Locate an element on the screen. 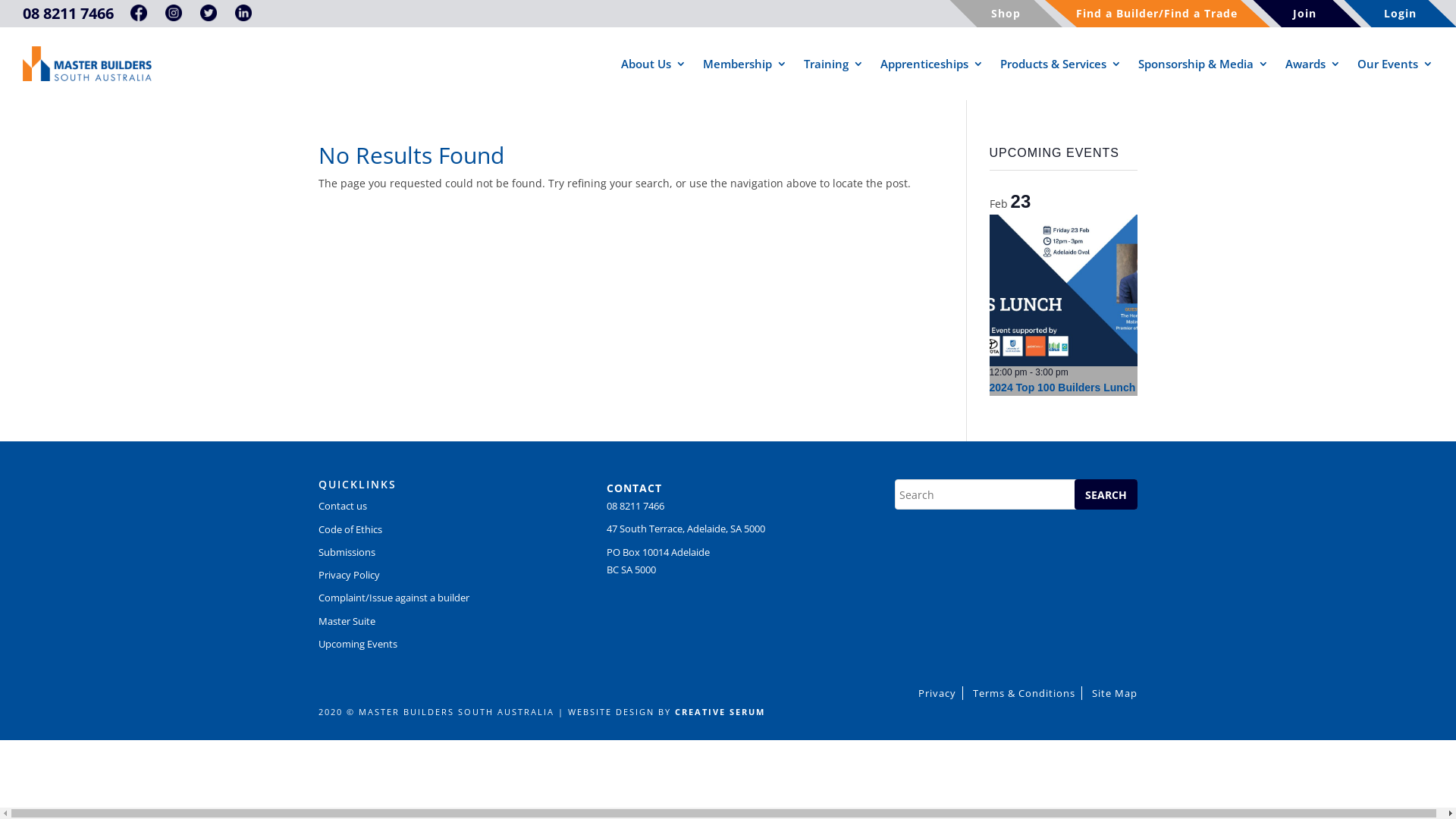  'About Us' is located at coordinates (654, 63).